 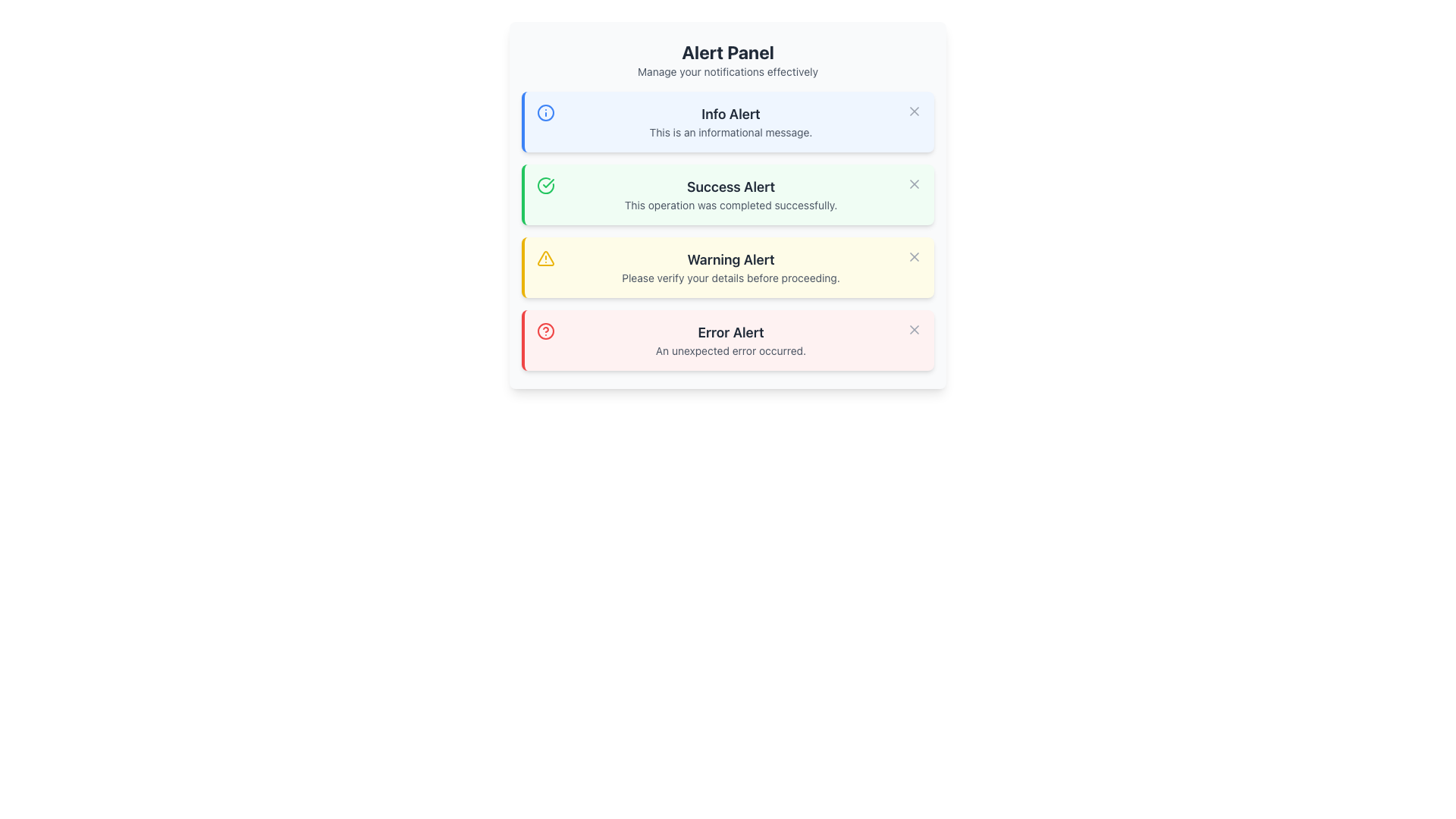 What do you see at coordinates (913, 184) in the screenshot?
I see `the small 'X' icon located in the top-right corner of the 'Success Alert' box` at bounding box center [913, 184].